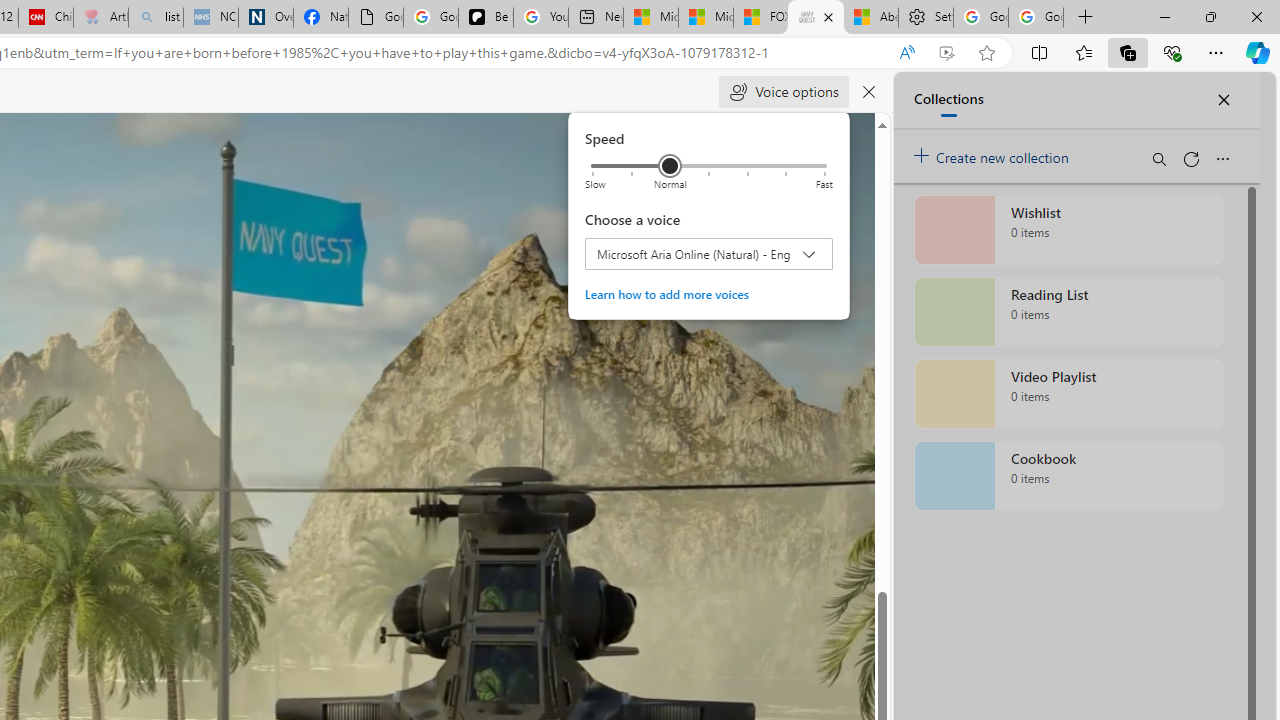  Describe the element at coordinates (871, 17) in the screenshot. I see `'Aberdeen, Hong Kong SAR hourly forecast | Microsoft Weather'` at that location.